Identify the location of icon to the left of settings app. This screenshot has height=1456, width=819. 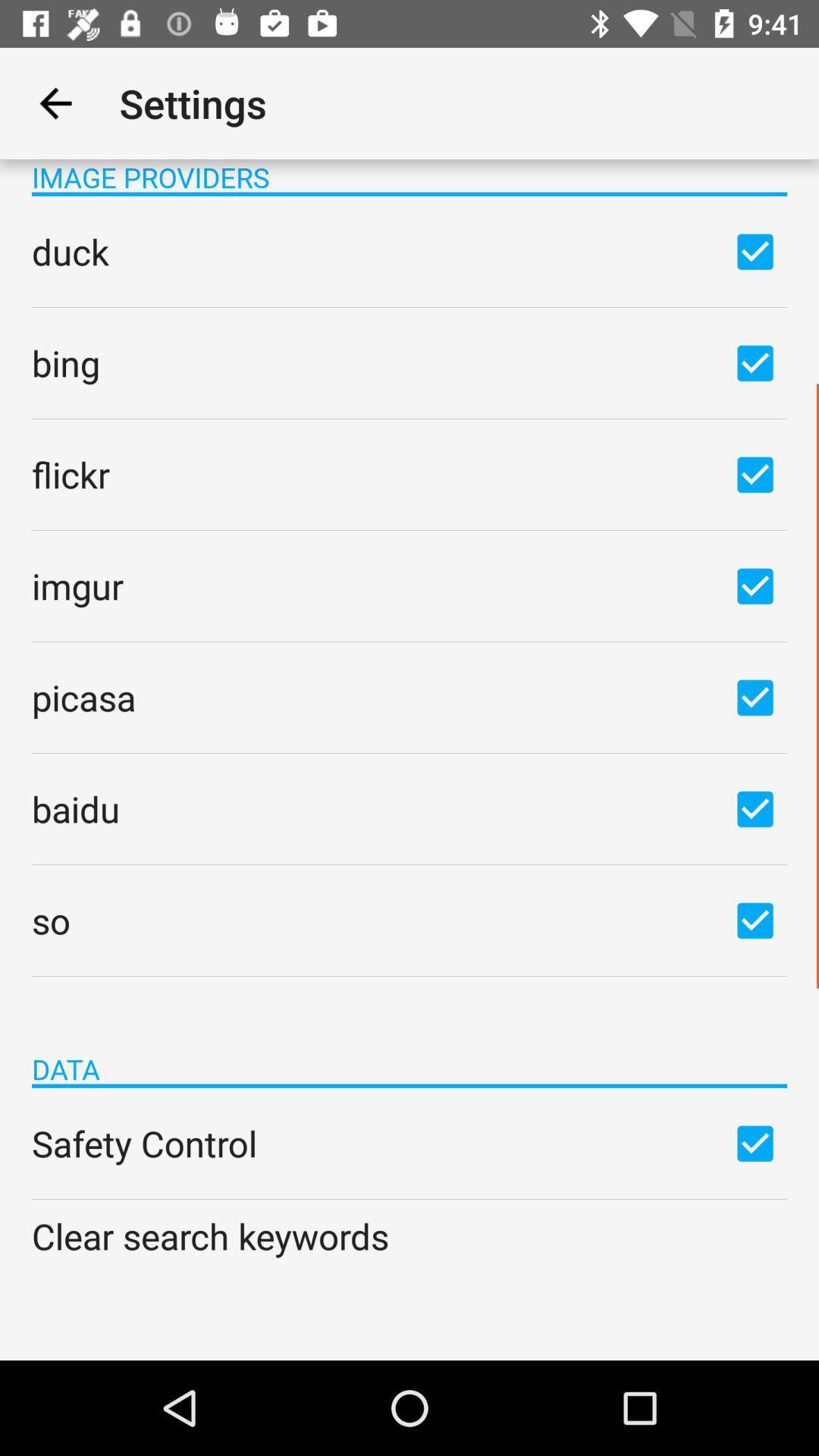
(55, 102).